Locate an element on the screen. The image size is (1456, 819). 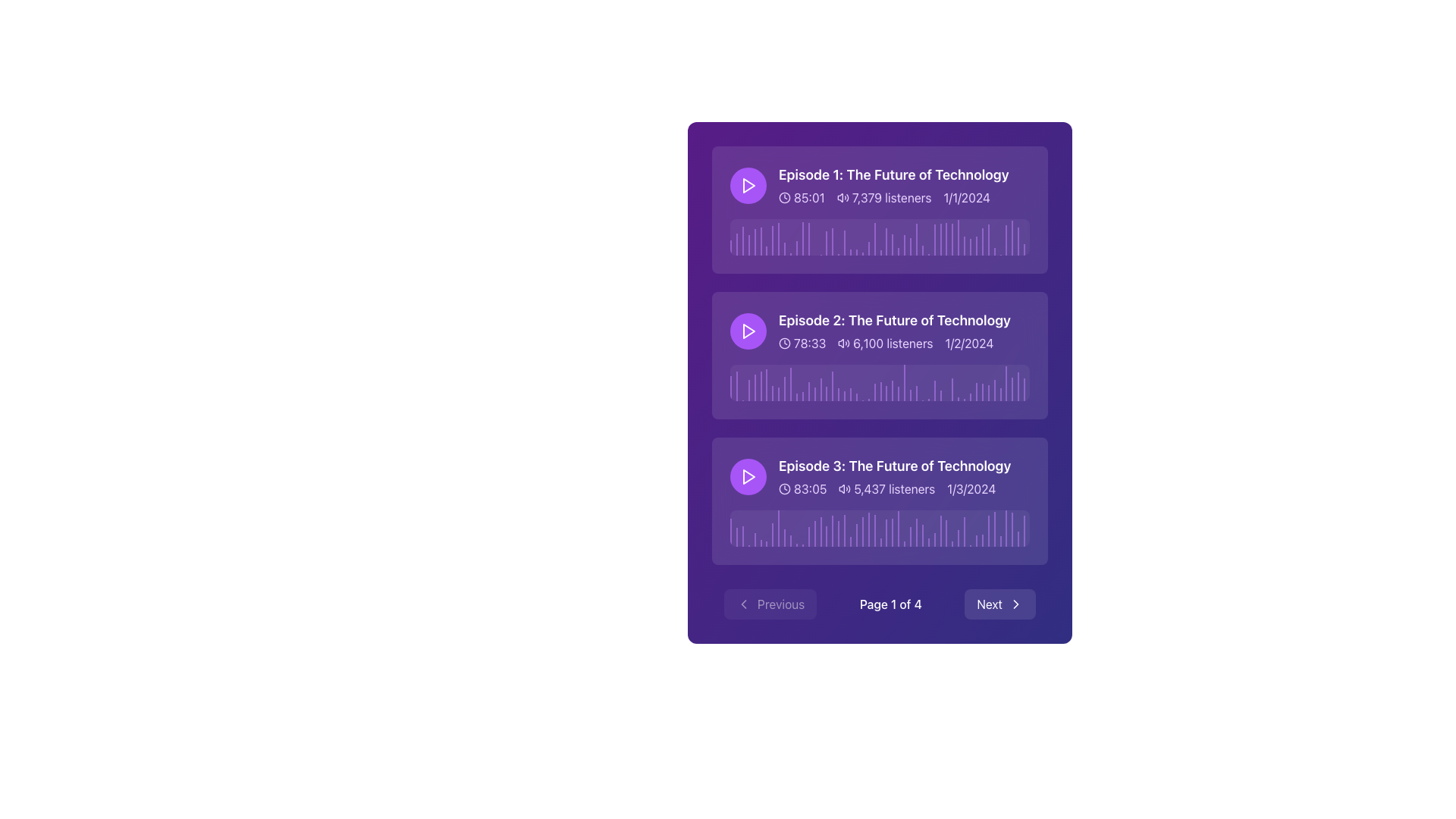
the ninth vertical progress indicator in the progress bar of the second episode card is located at coordinates (779, 394).